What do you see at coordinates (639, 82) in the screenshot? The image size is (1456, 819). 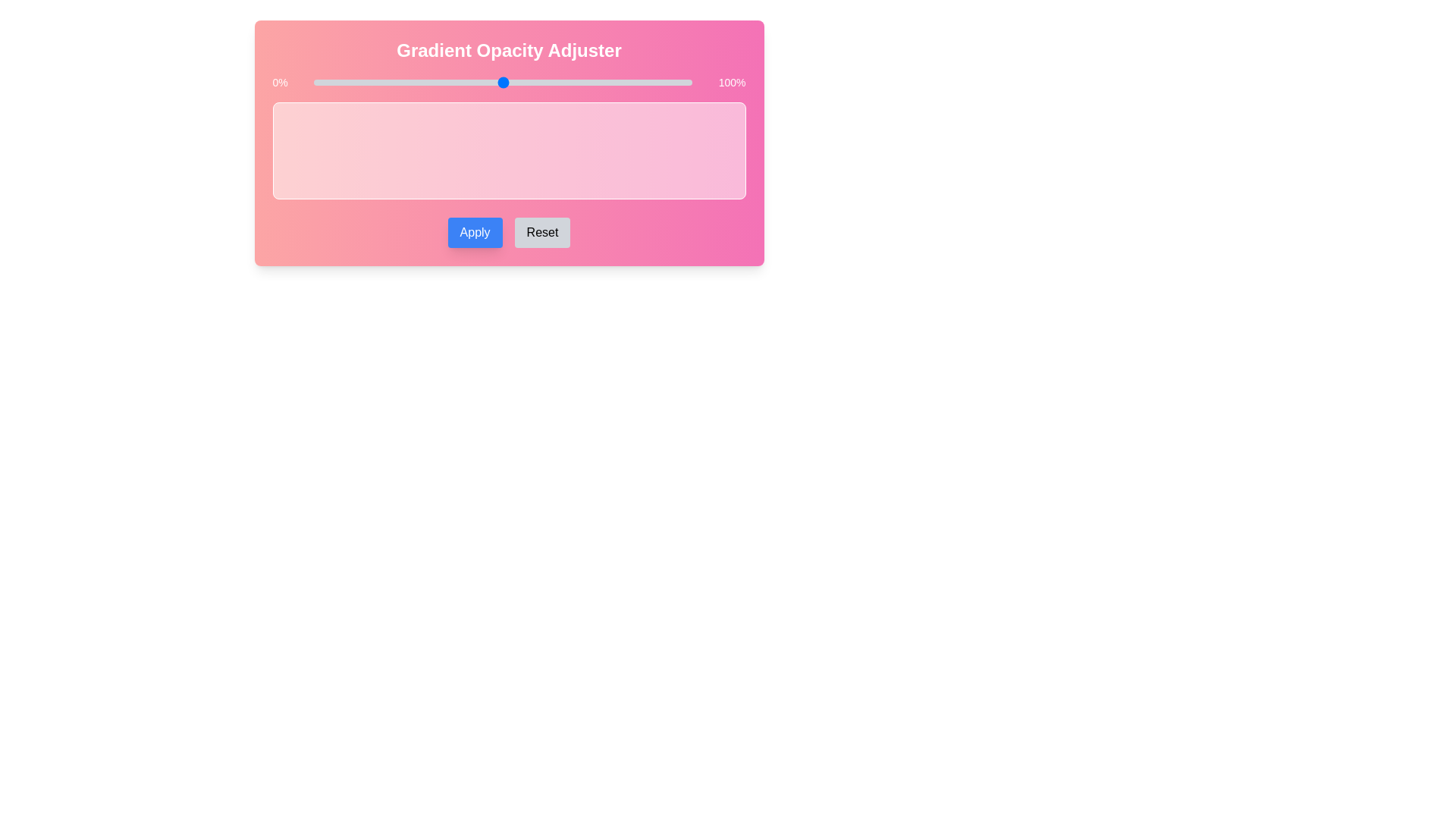 I see `the opacity to 86% using the slider` at bounding box center [639, 82].